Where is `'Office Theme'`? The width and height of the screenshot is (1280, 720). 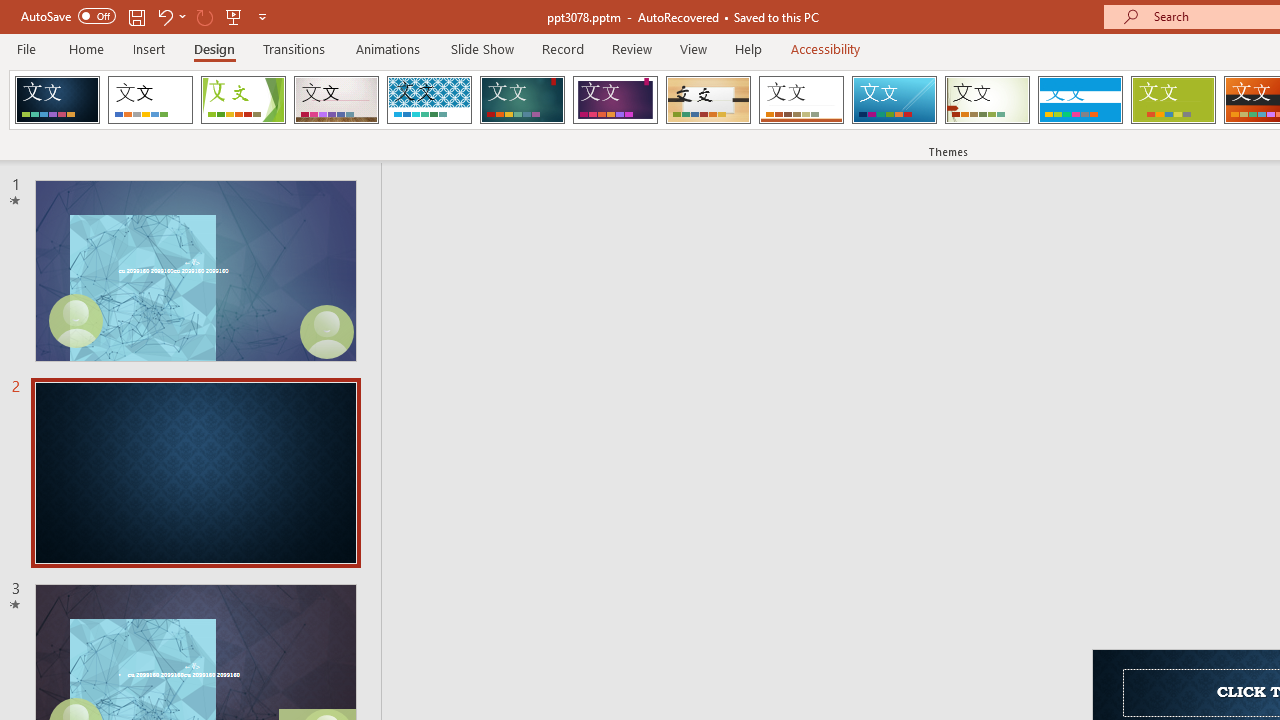
'Office Theme' is located at coordinates (149, 100).